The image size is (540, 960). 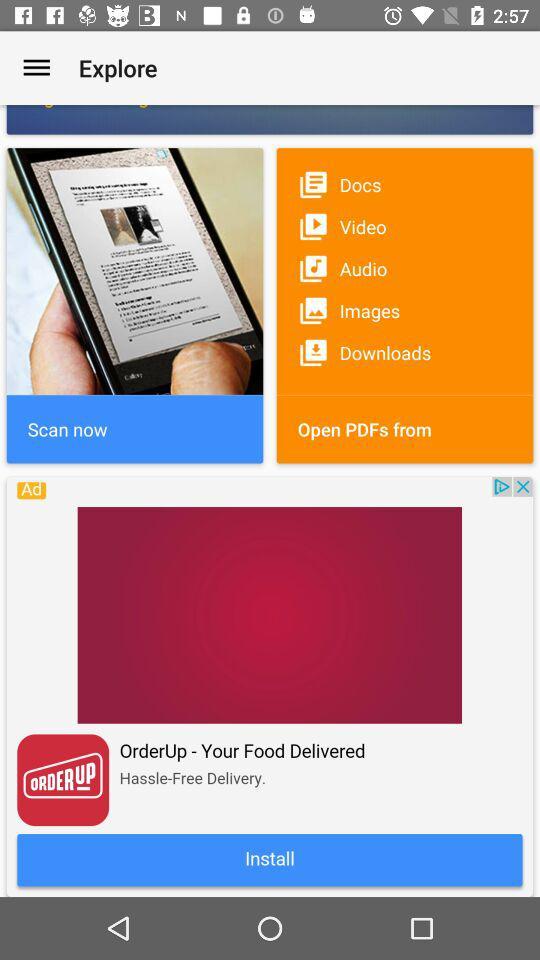 I want to click on the image which is at the top left of the page, so click(x=135, y=305).